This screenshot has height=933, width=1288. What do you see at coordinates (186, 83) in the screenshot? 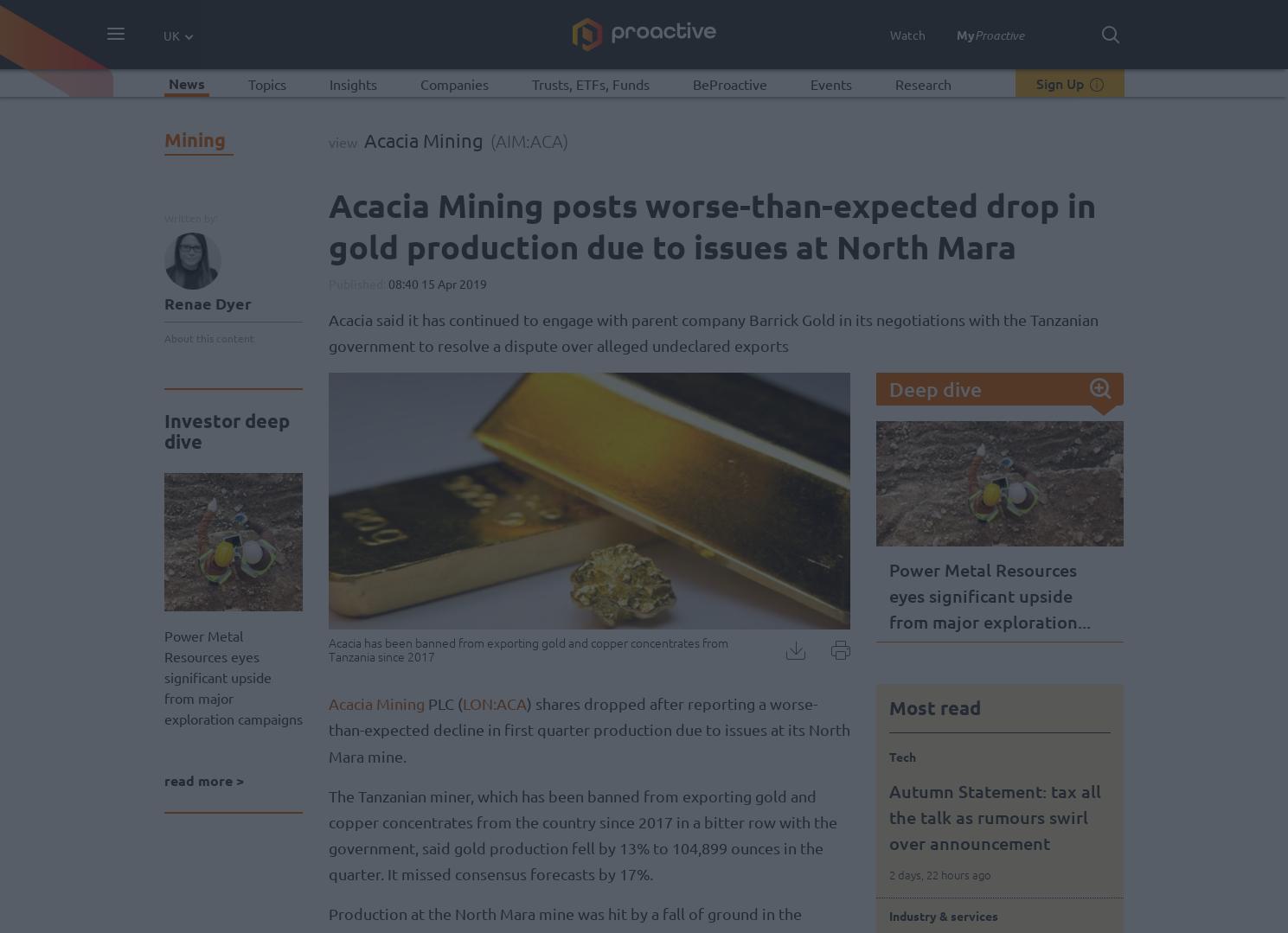
I see `'News'` at bounding box center [186, 83].